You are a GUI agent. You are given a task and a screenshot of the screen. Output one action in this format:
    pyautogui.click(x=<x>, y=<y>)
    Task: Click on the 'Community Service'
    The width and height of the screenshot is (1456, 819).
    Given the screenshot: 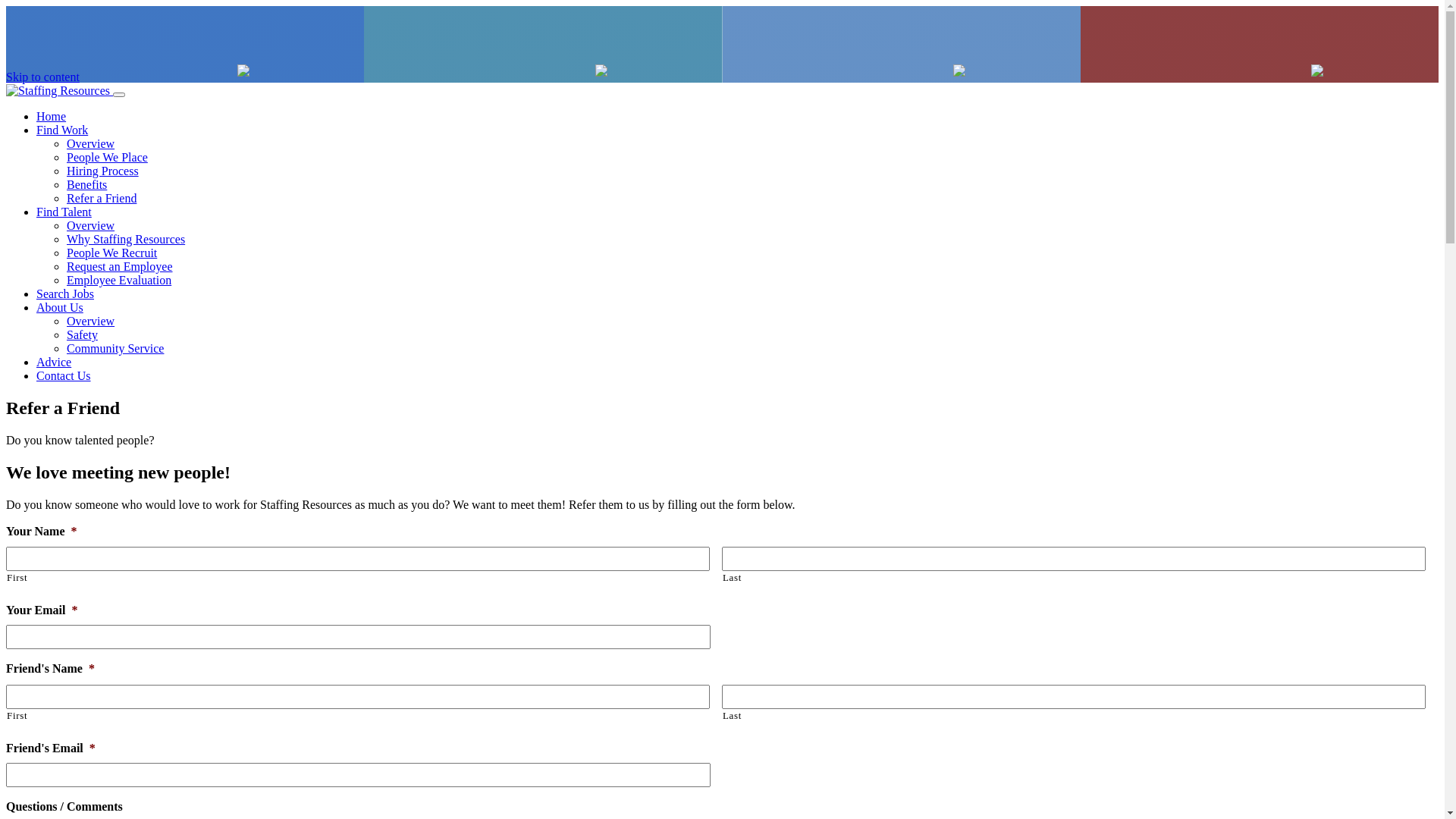 What is the action you would take?
    pyautogui.click(x=115, y=348)
    